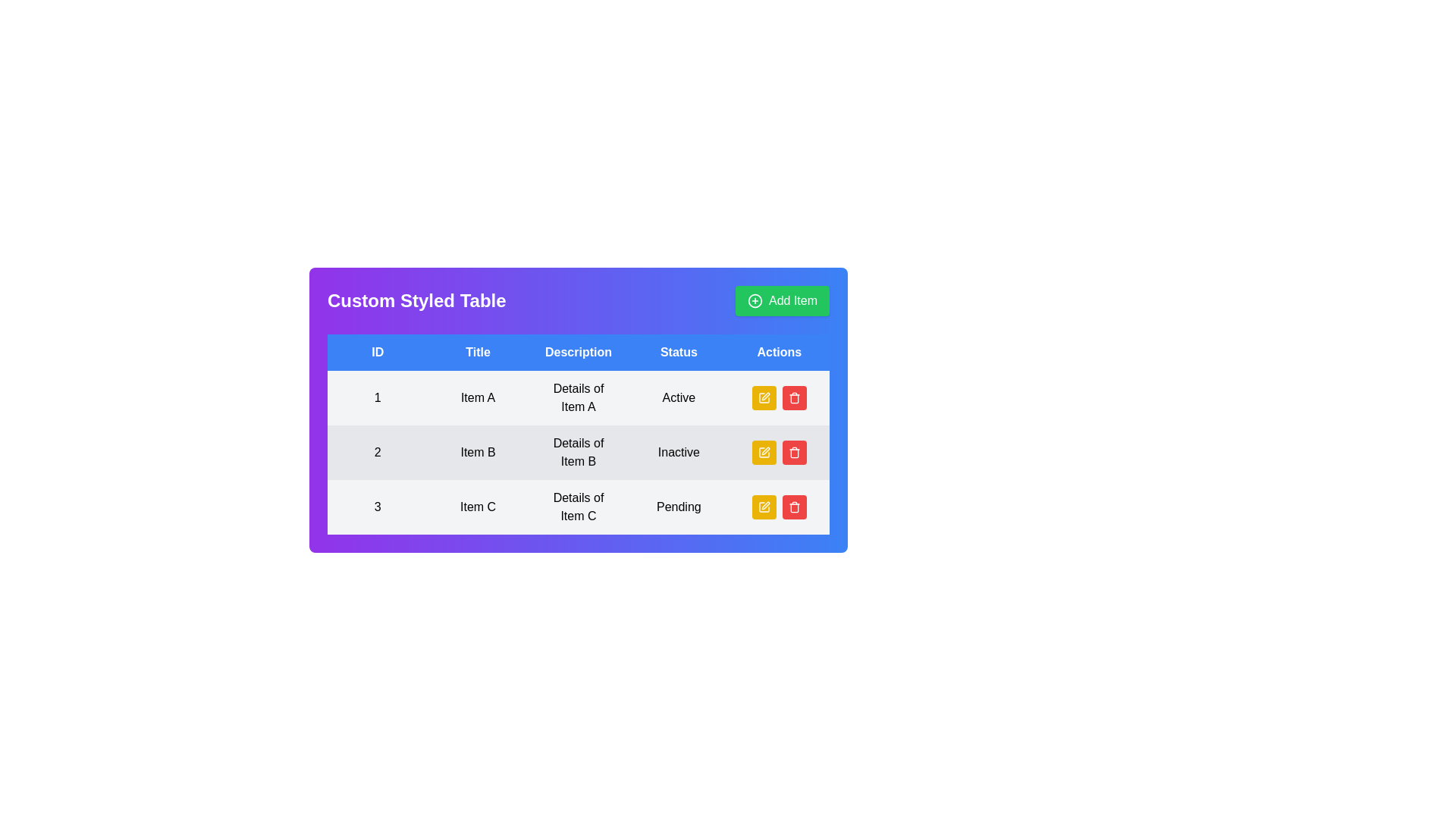  I want to click on the '+' icon within the 'Add Item' button, which signifies the action to add an item, so click(755, 301).